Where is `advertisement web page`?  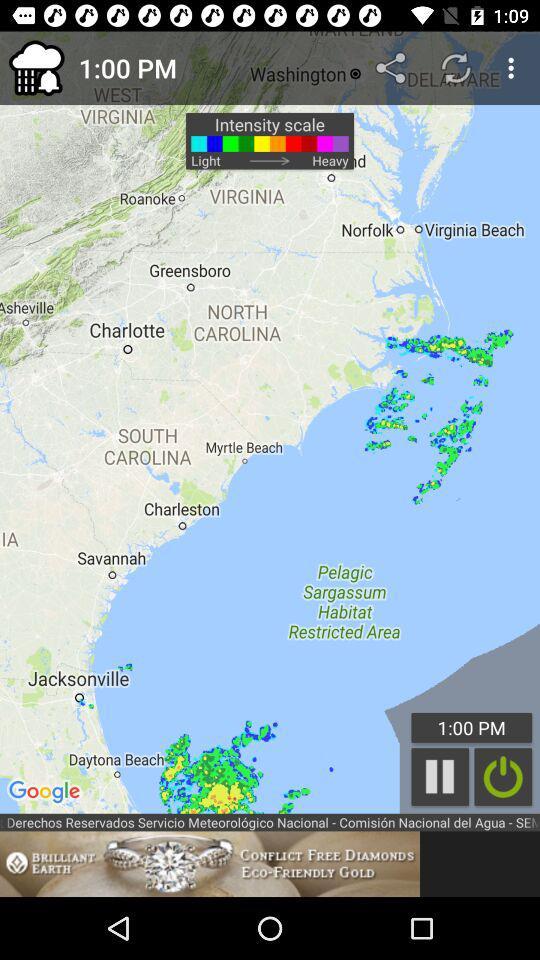 advertisement web page is located at coordinates (209, 863).